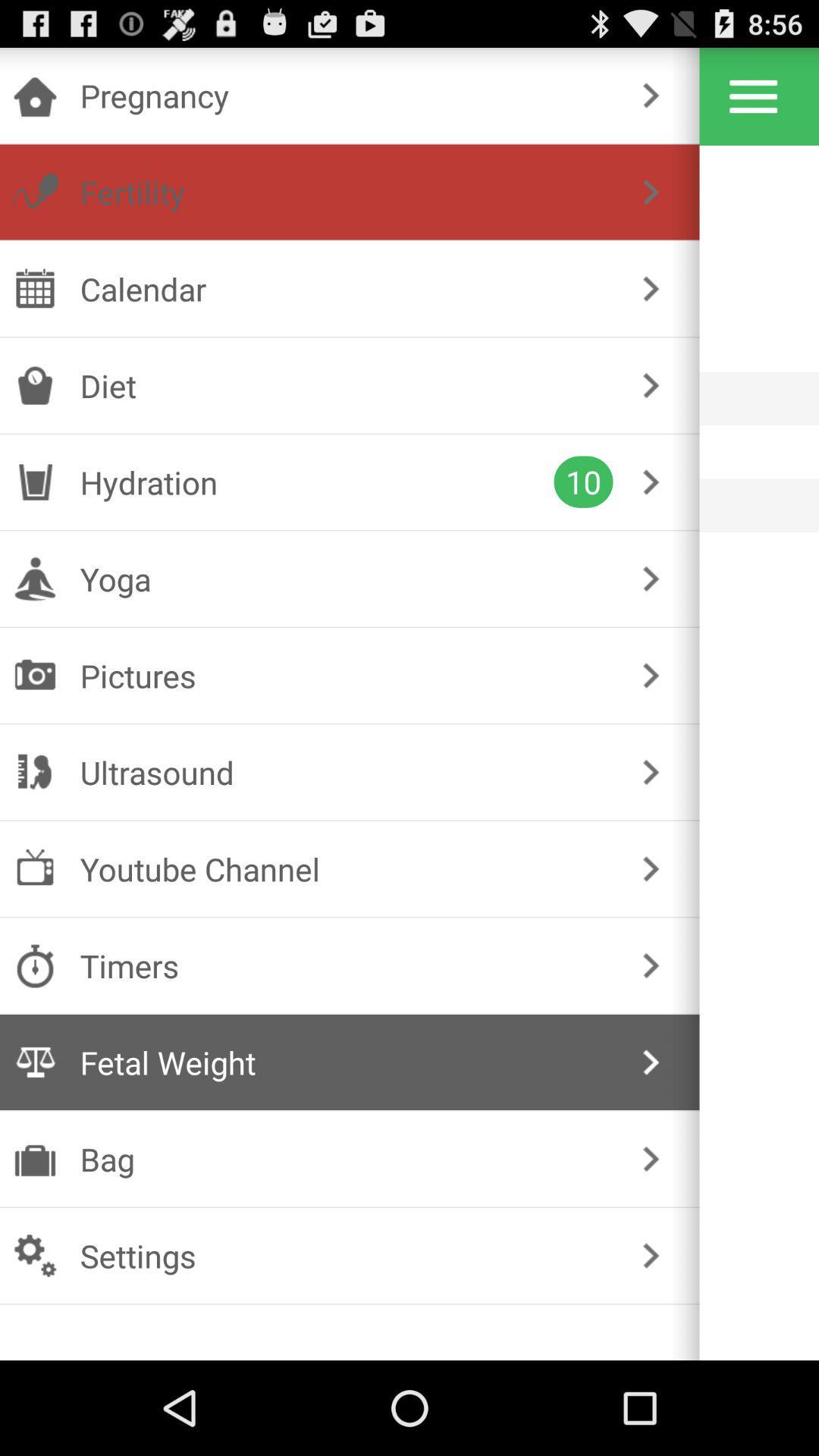 This screenshot has height=1456, width=819. I want to click on open/close menu, so click(753, 96).